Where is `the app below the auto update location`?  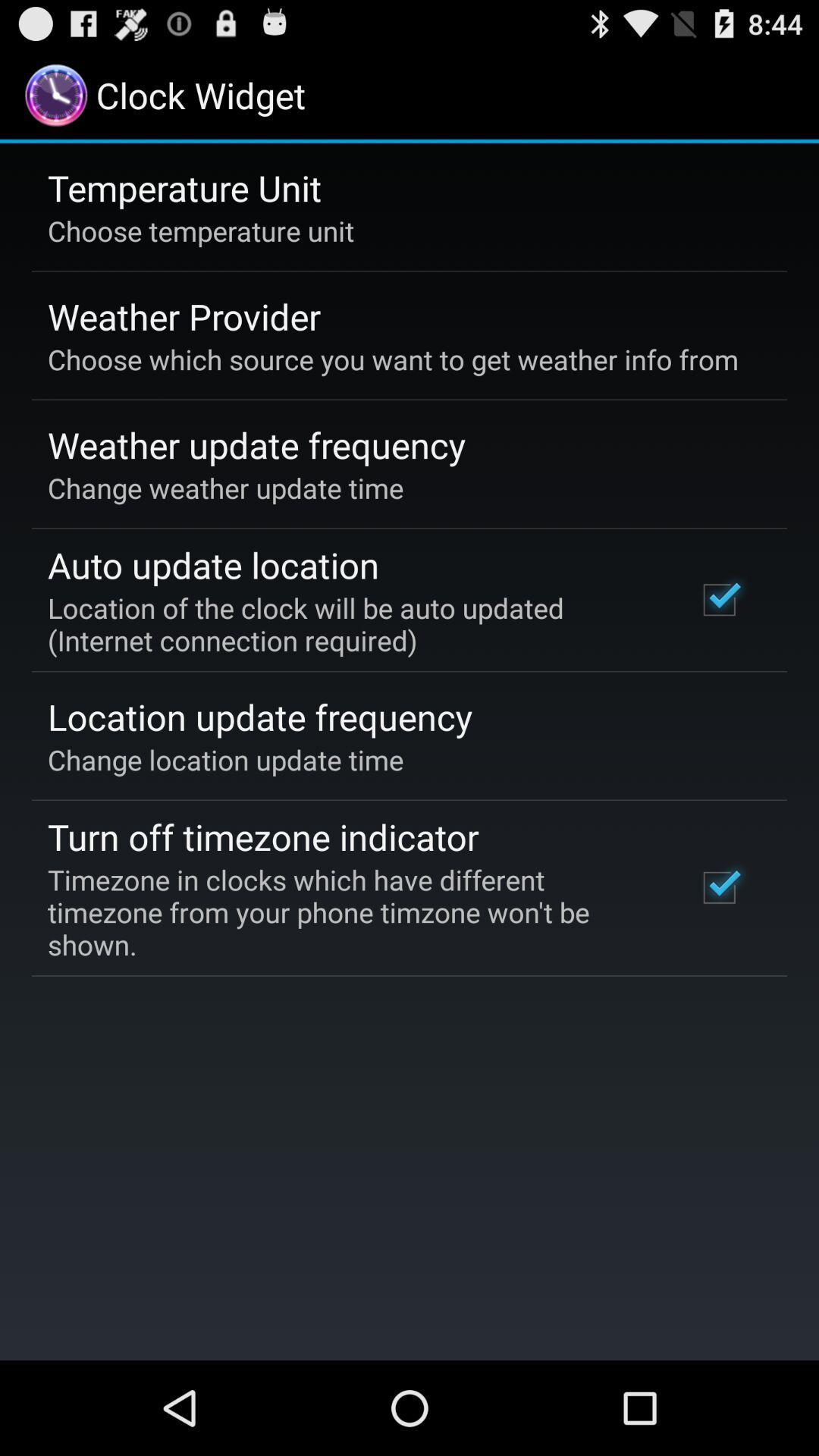
the app below the auto update location is located at coordinates (351, 624).